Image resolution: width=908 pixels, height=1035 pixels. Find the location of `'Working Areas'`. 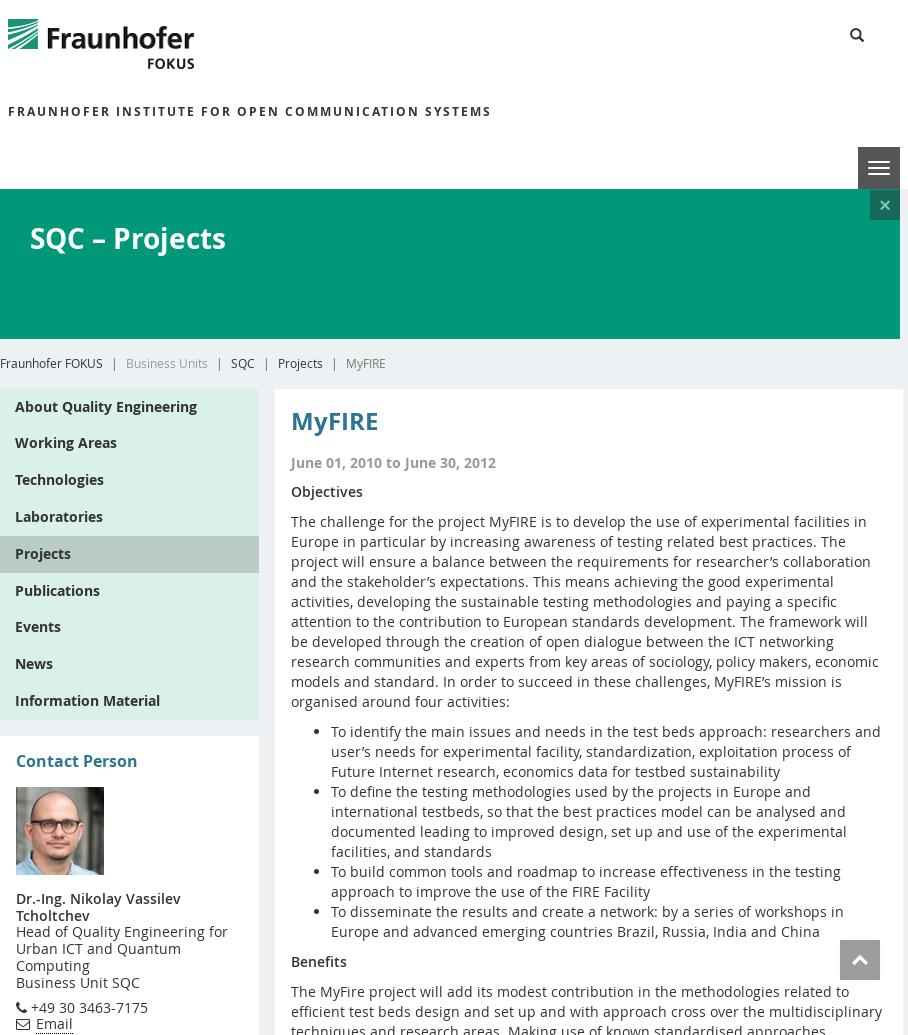

'Working Areas' is located at coordinates (66, 442).